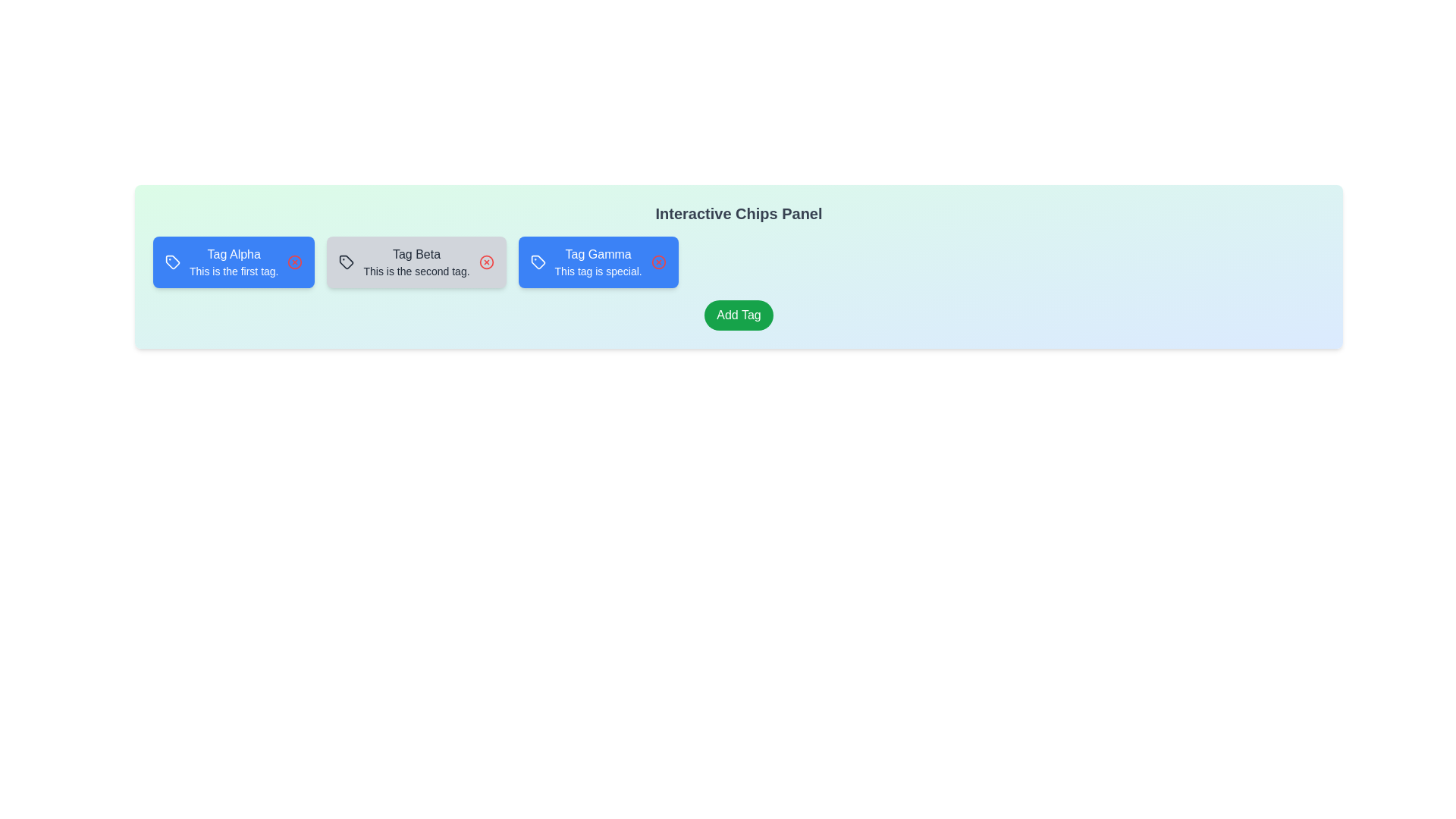  What do you see at coordinates (739, 315) in the screenshot?
I see `the 'Add Tag' button to add a new chip` at bounding box center [739, 315].